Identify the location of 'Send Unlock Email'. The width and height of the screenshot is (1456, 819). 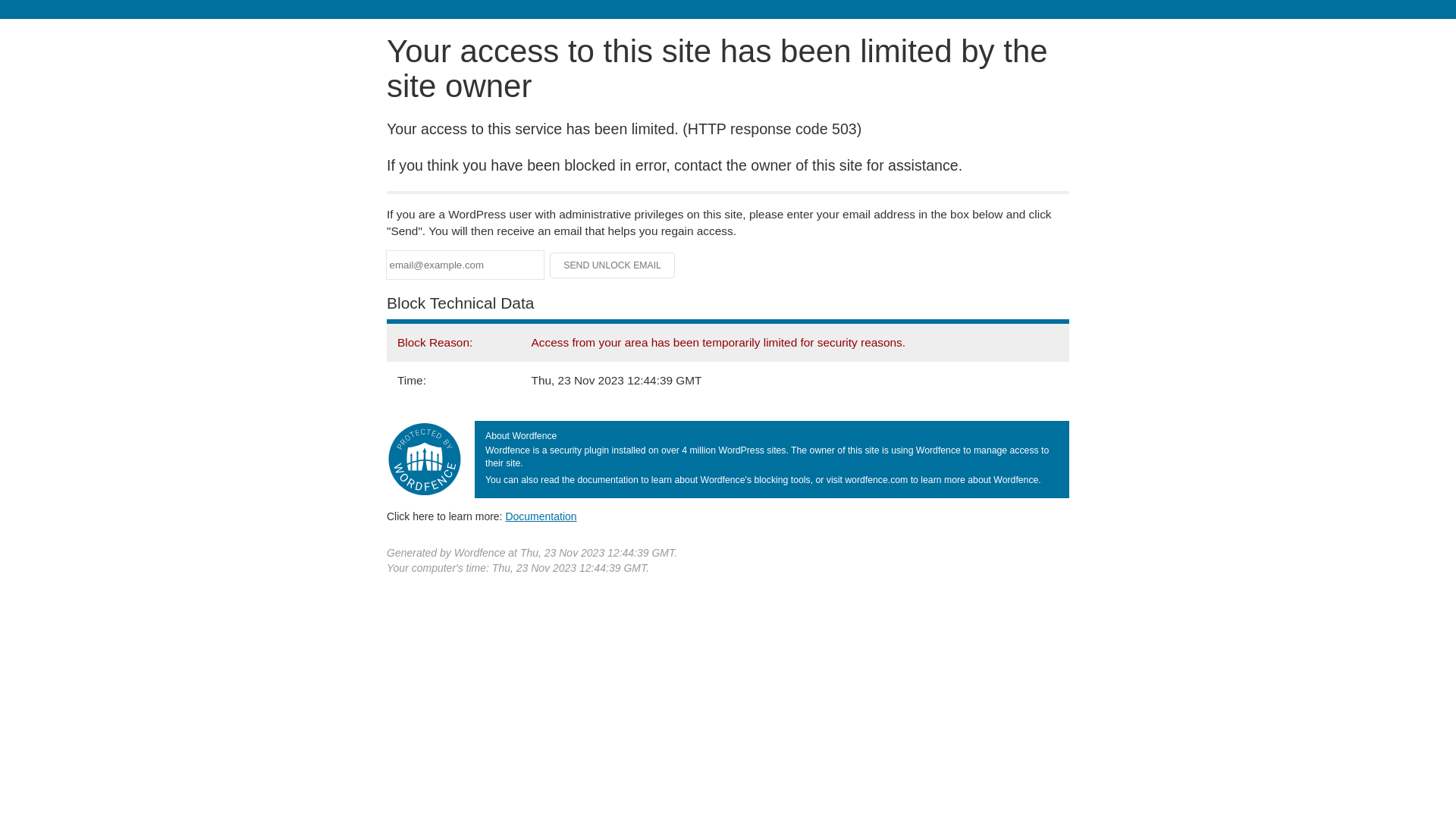
(612, 265).